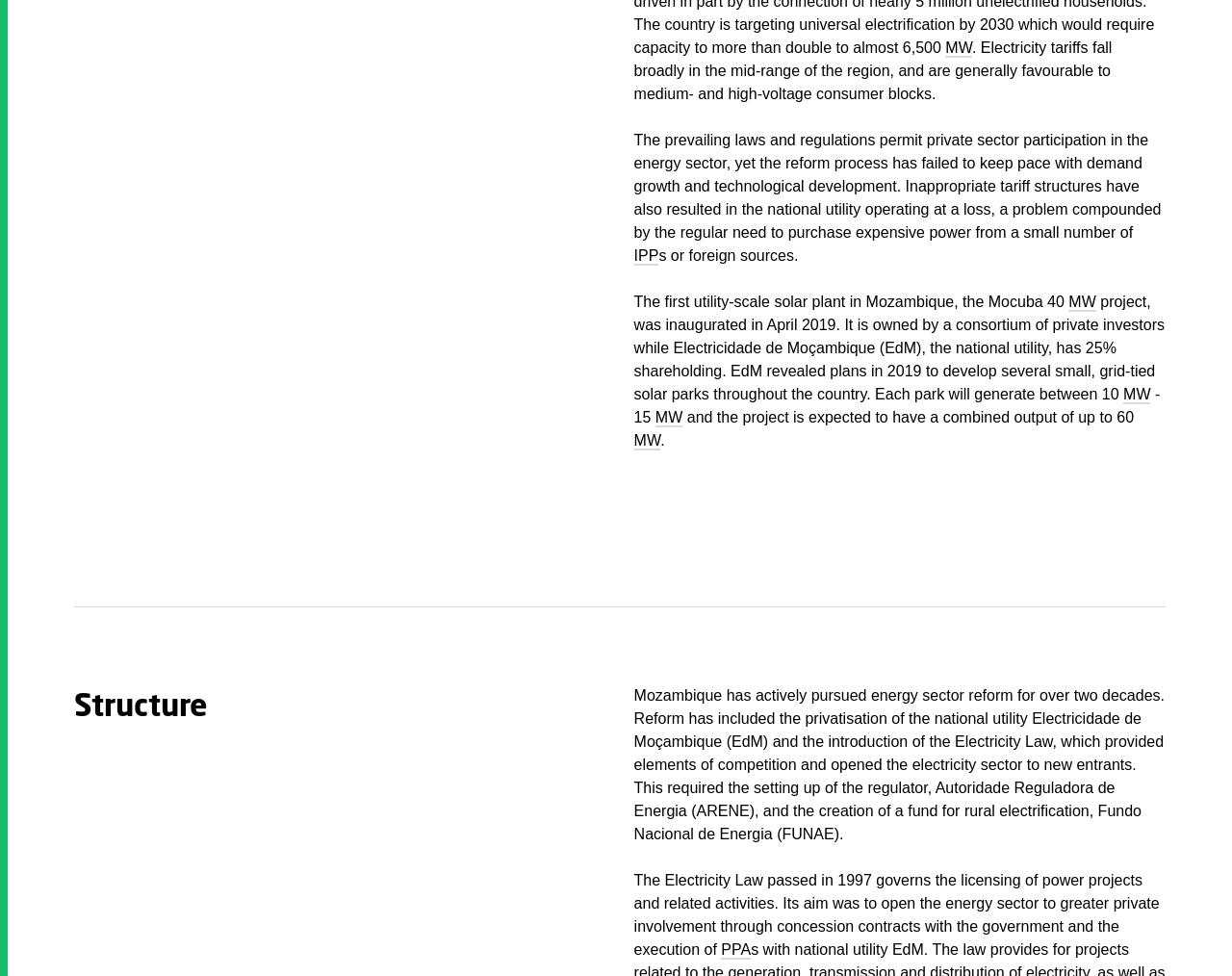 This screenshot has height=976, width=1232. What do you see at coordinates (895, 404) in the screenshot?
I see `'- 15'` at bounding box center [895, 404].